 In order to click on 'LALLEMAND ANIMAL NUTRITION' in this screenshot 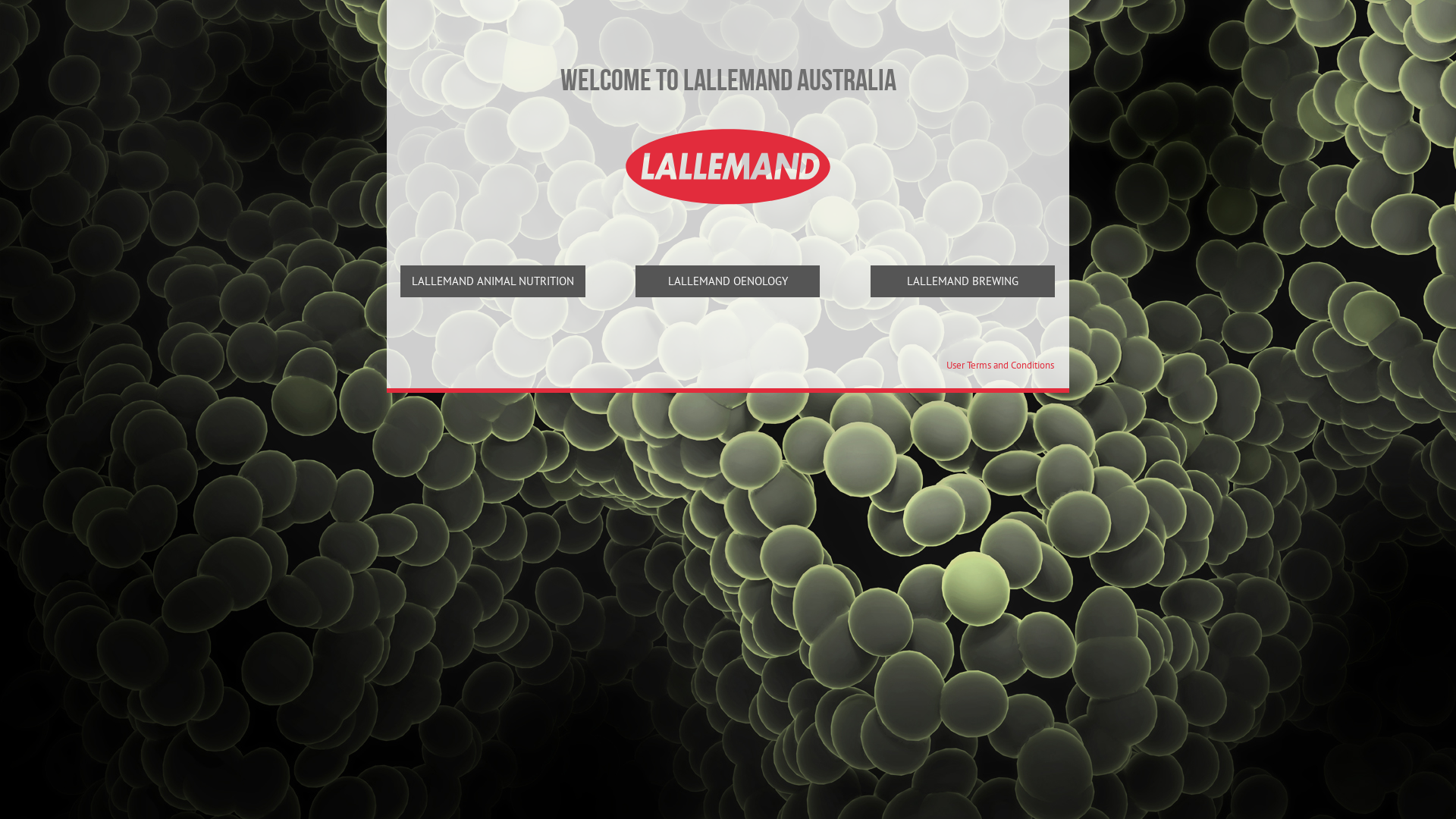, I will do `click(492, 281)`.